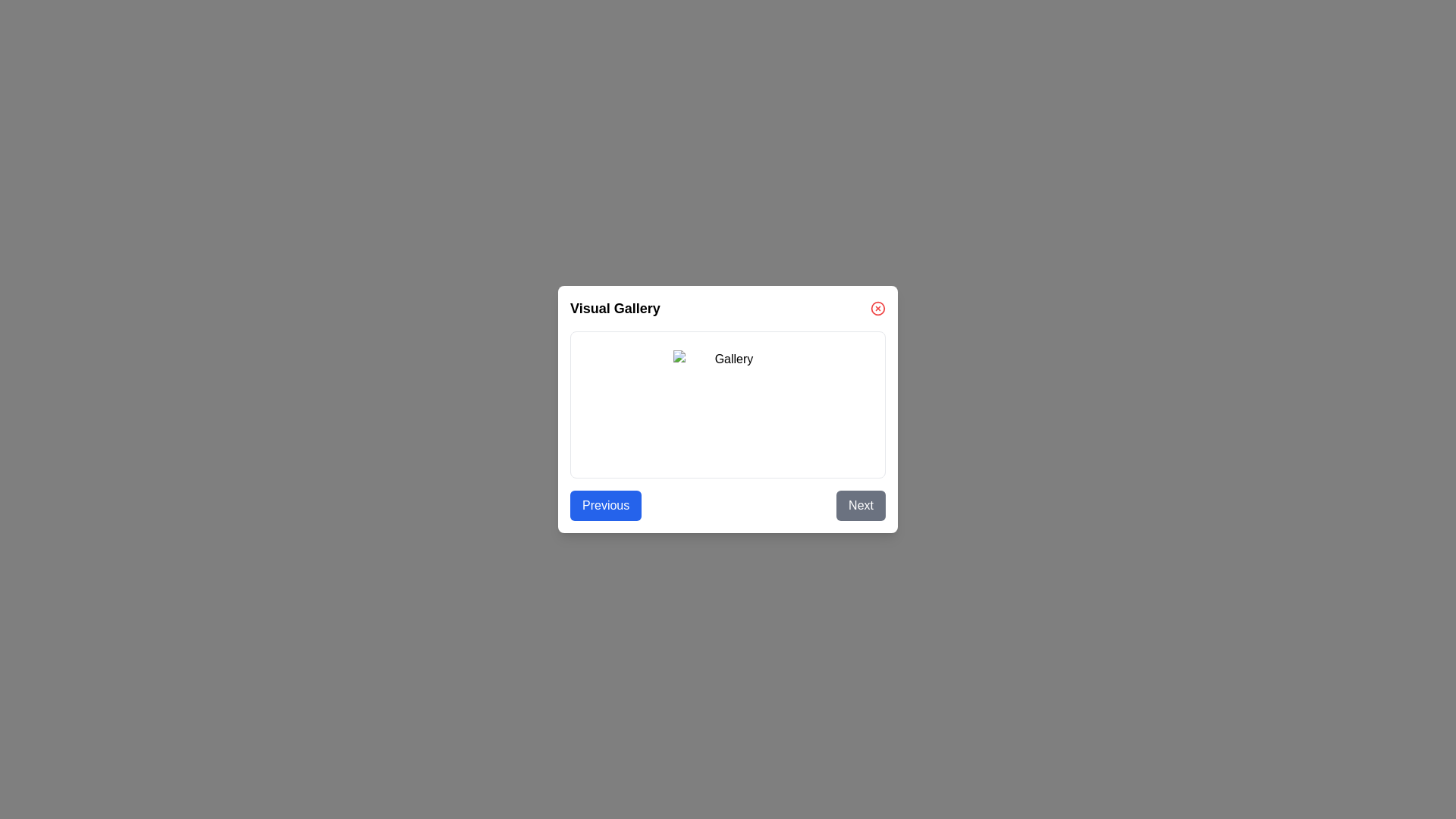 The image size is (1456, 819). Describe the element at coordinates (877, 308) in the screenshot. I see `the close button to close the dialog` at that location.